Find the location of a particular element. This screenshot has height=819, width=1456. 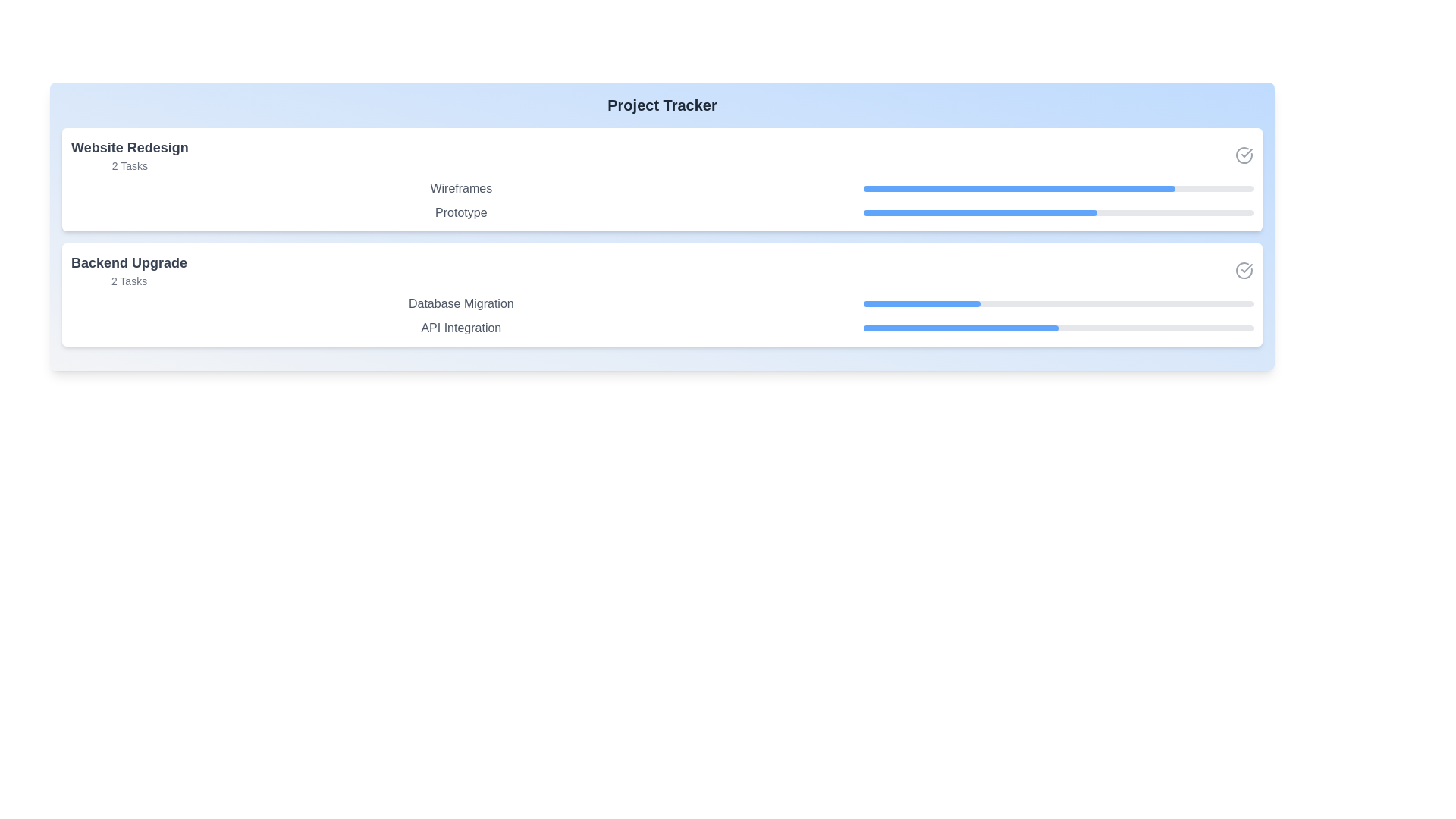

the compositional display component that shows 'Wireframes' and 'Prototype' labels with their progress bars is located at coordinates (662, 200).